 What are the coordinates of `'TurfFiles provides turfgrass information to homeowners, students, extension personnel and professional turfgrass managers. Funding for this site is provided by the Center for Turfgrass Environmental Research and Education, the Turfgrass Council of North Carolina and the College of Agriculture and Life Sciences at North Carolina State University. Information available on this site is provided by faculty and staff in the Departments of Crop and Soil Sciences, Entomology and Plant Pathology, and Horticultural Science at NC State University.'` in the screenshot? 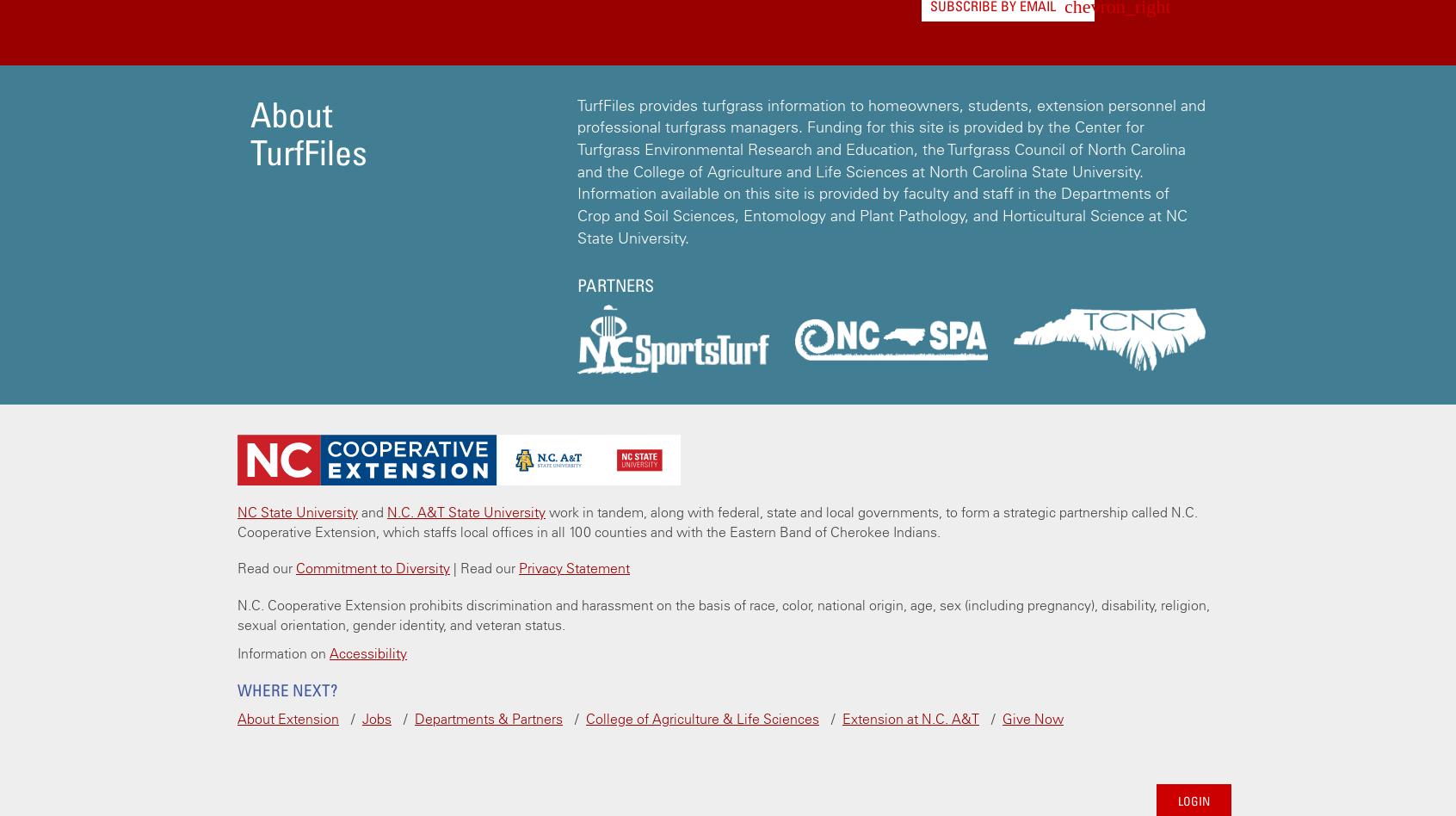 It's located at (891, 170).